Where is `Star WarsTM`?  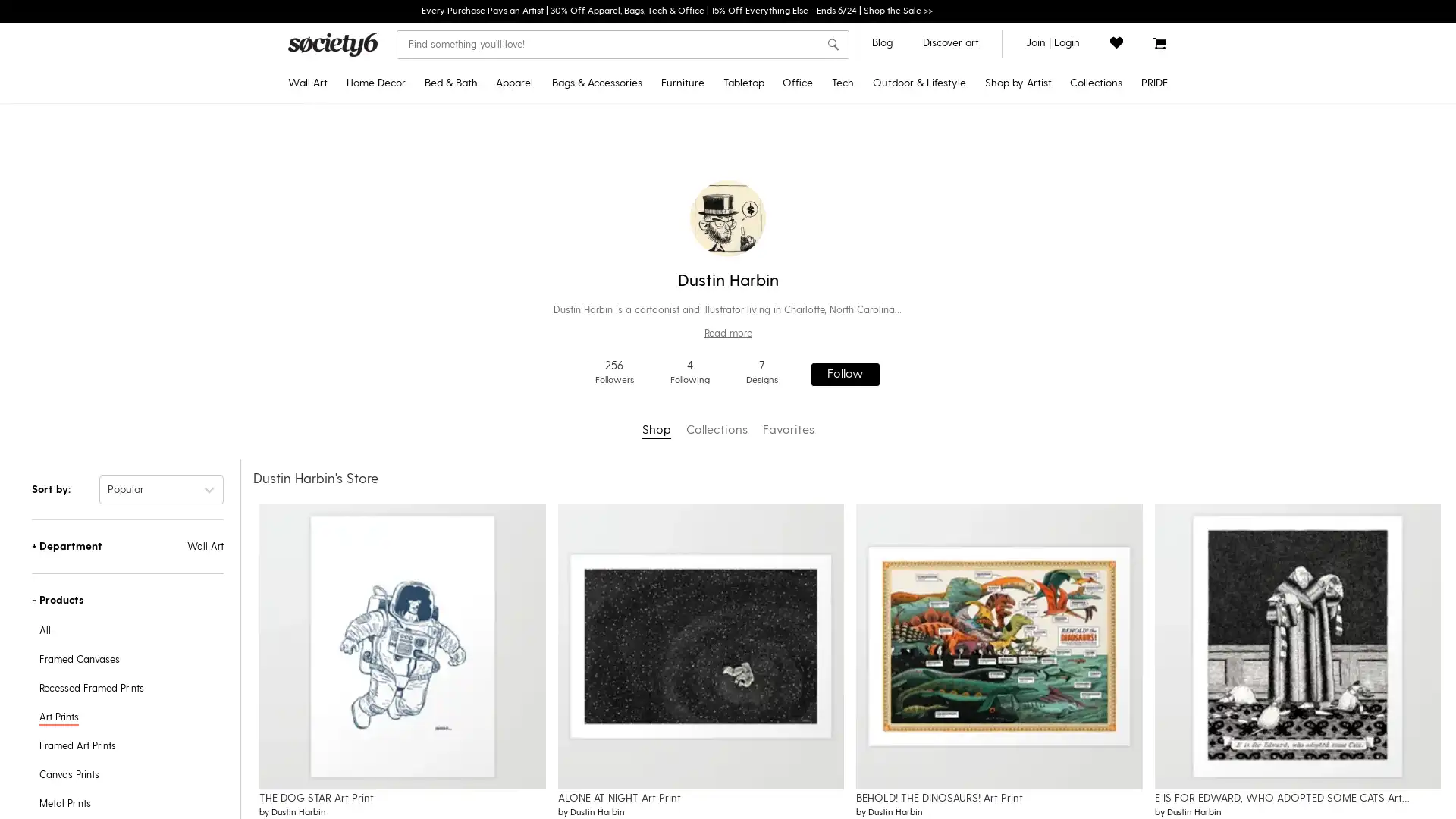 Star WarsTM is located at coordinates (977, 146).